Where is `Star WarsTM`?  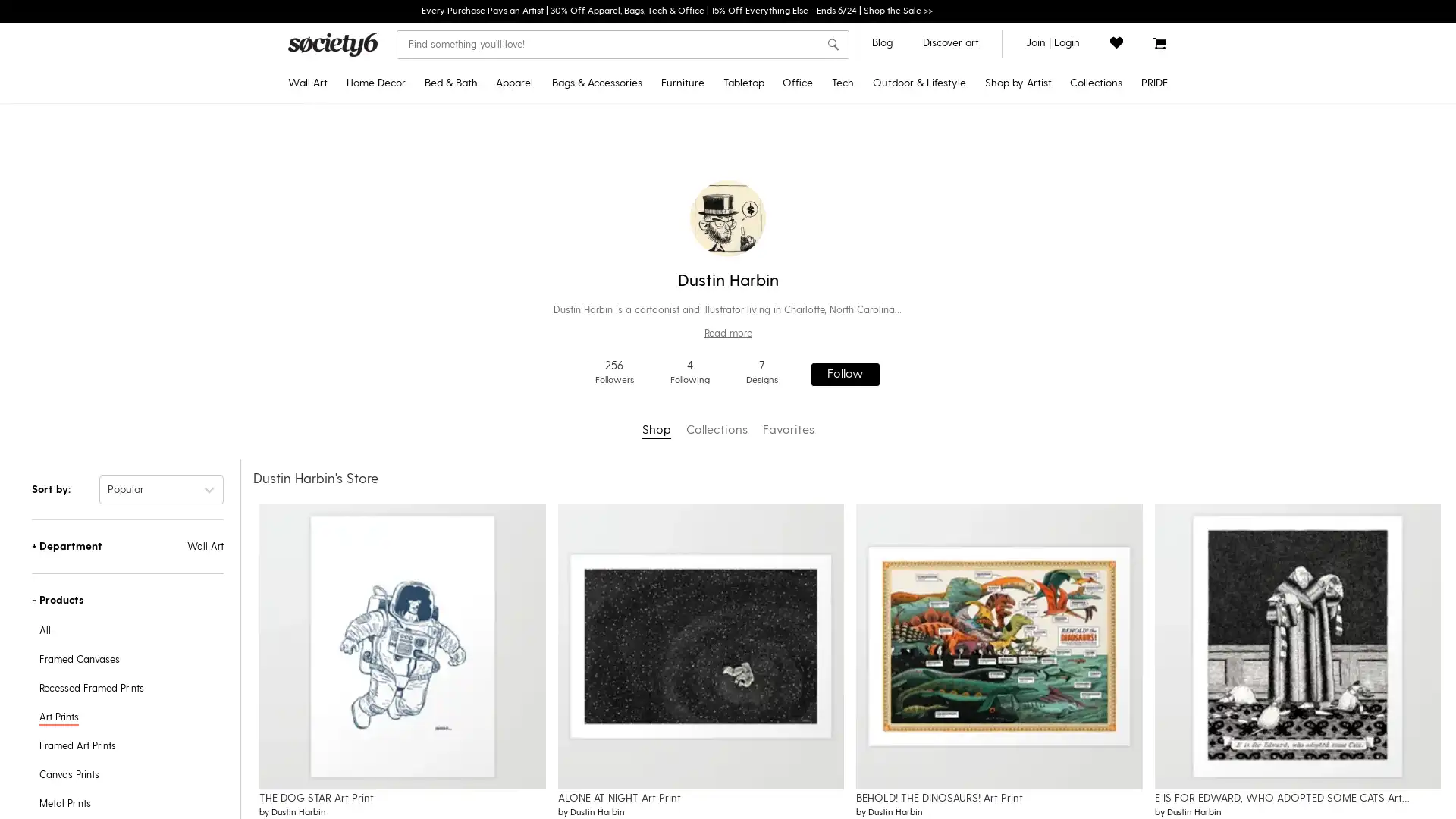 Star WarsTM is located at coordinates (977, 146).